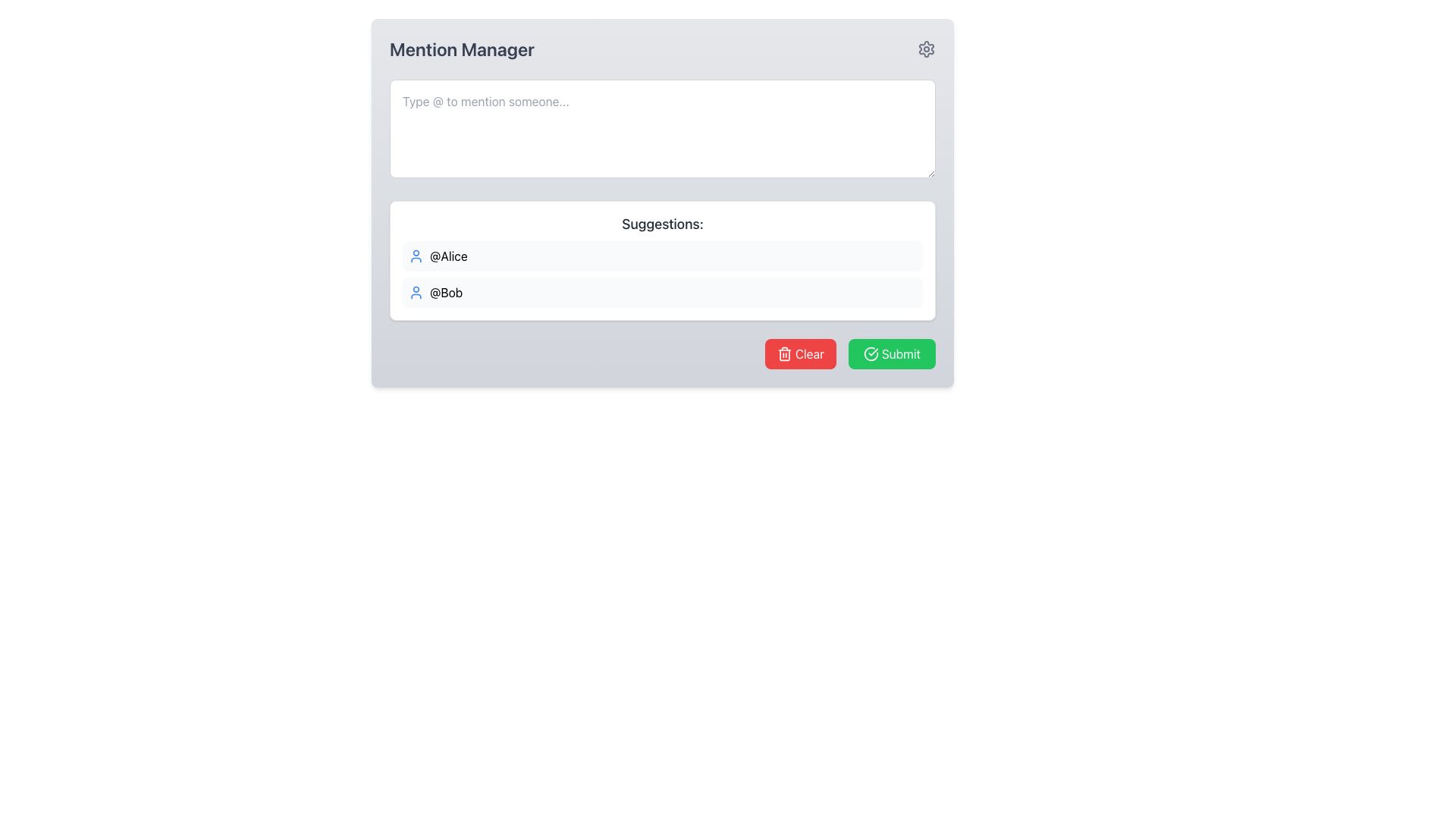 This screenshot has height=819, width=1456. What do you see at coordinates (445, 292) in the screenshot?
I see `the text label '@Bob'` at bounding box center [445, 292].